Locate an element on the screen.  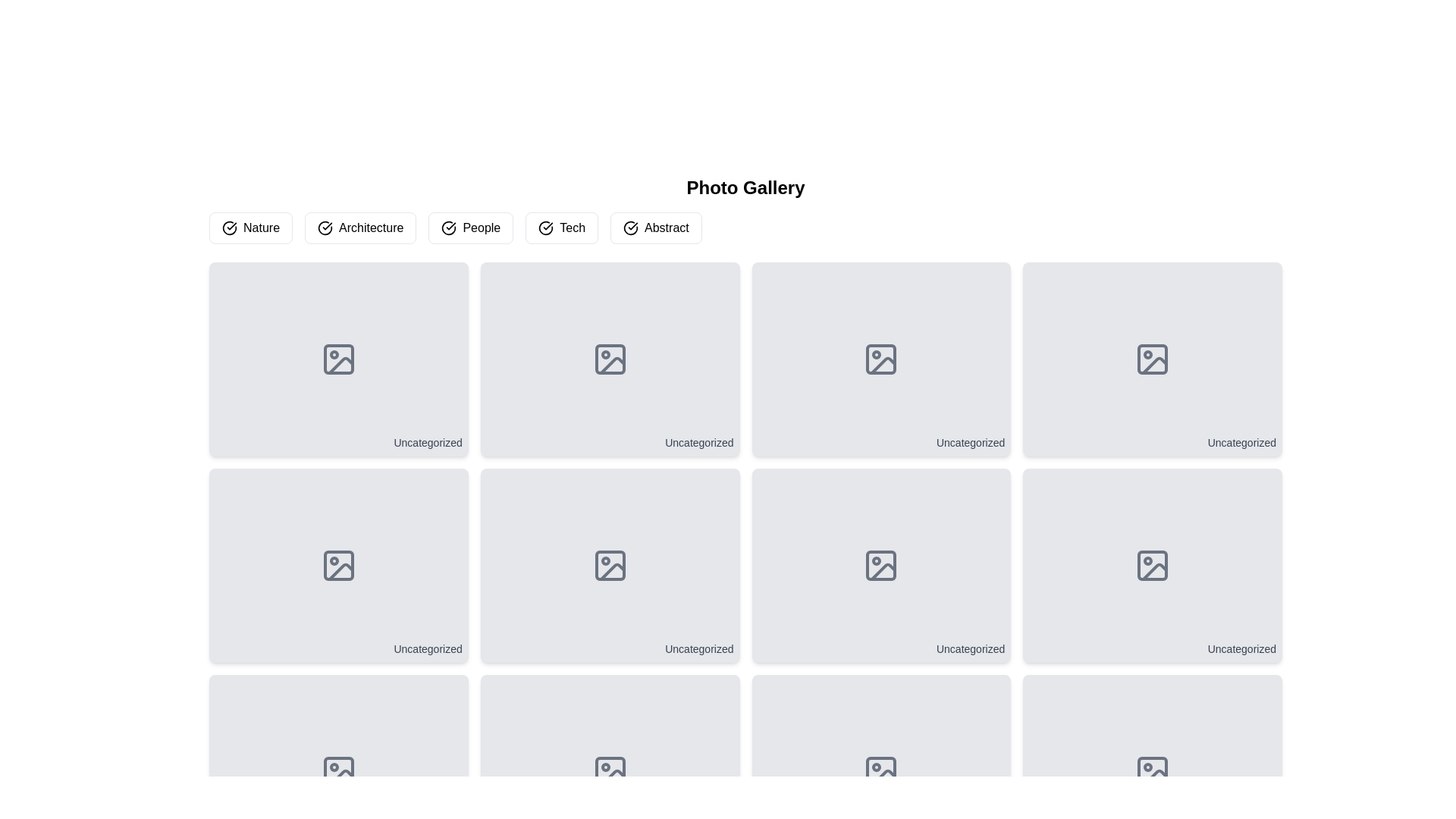
the decorative SVG icon located in the bottom-right corner of the thumbnail grid is located at coordinates (1154, 572).